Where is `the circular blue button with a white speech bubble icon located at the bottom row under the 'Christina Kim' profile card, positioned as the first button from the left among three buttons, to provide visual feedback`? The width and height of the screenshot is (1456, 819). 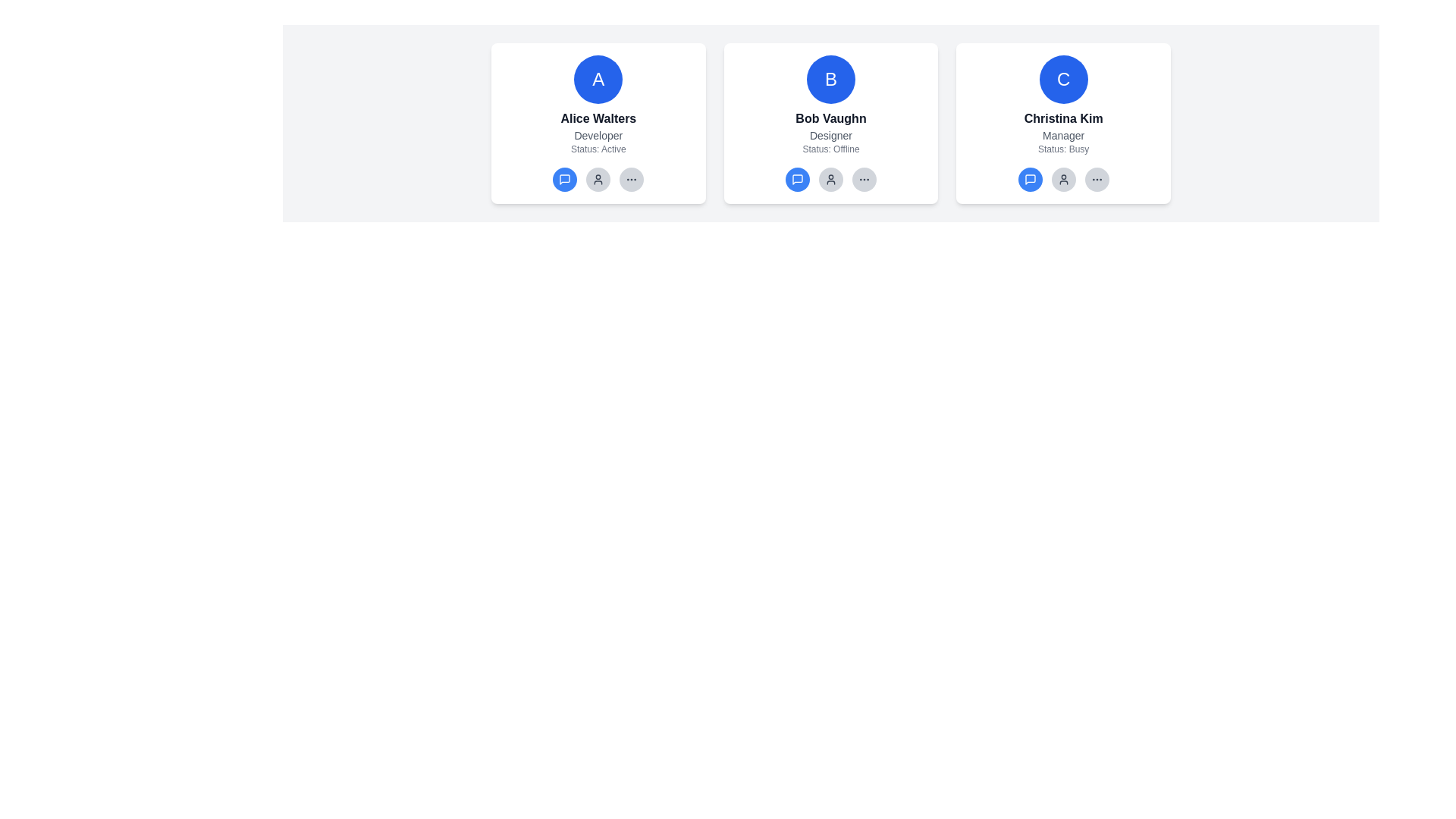
the circular blue button with a white speech bubble icon located at the bottom row under the 'Christina Kim' profile card, positioned as the first button from the left among three buttons, to provide visual feedback is located at coordinates (1030, 178).